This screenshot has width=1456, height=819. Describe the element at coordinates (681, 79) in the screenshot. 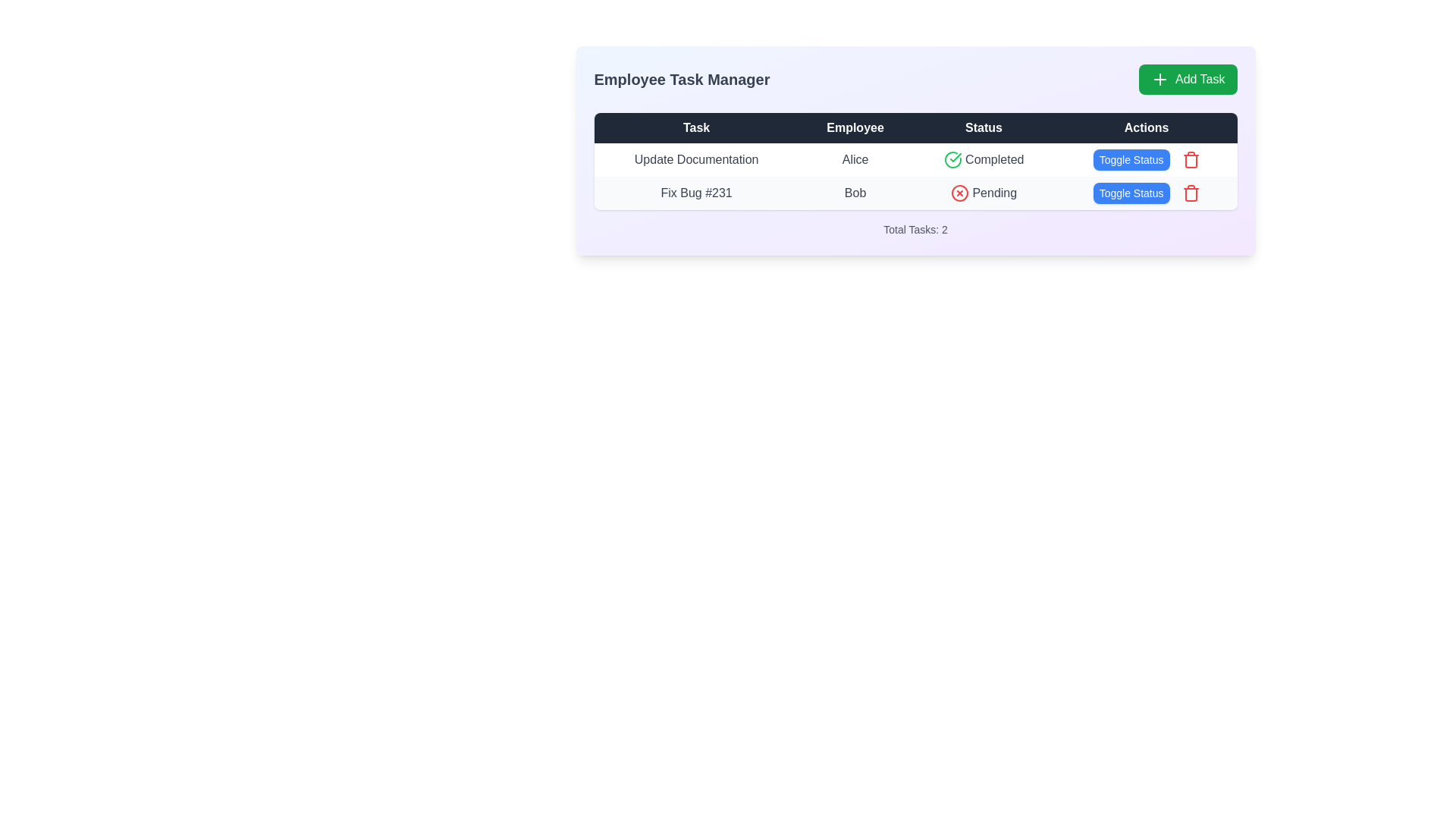

I see `the 'Employee Task Manager' text element, which is prominently displayed in the header section with a bold and large font, located to the left of the 'Add Task' button` at that location.